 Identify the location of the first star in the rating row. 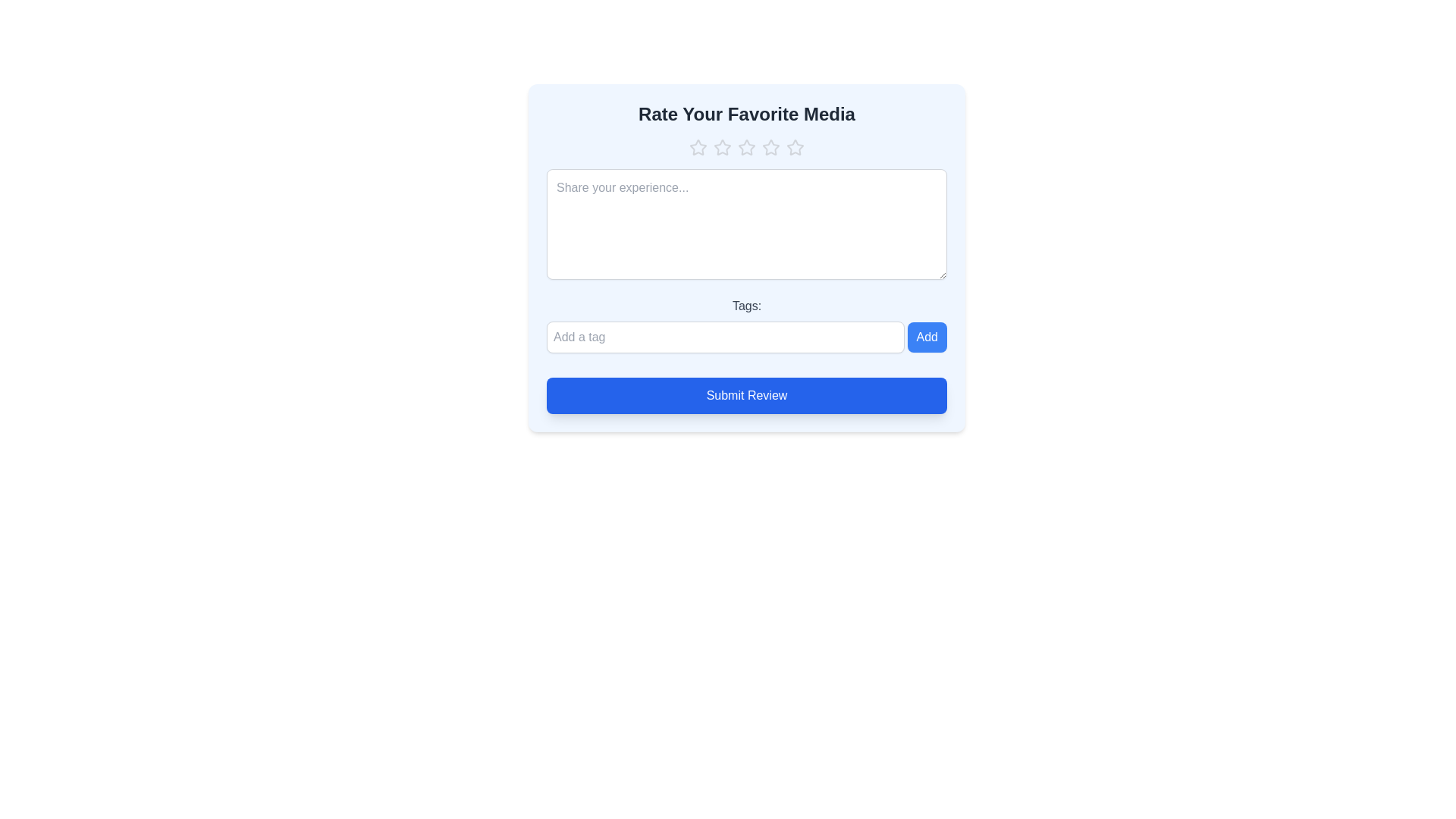
(698, 148).